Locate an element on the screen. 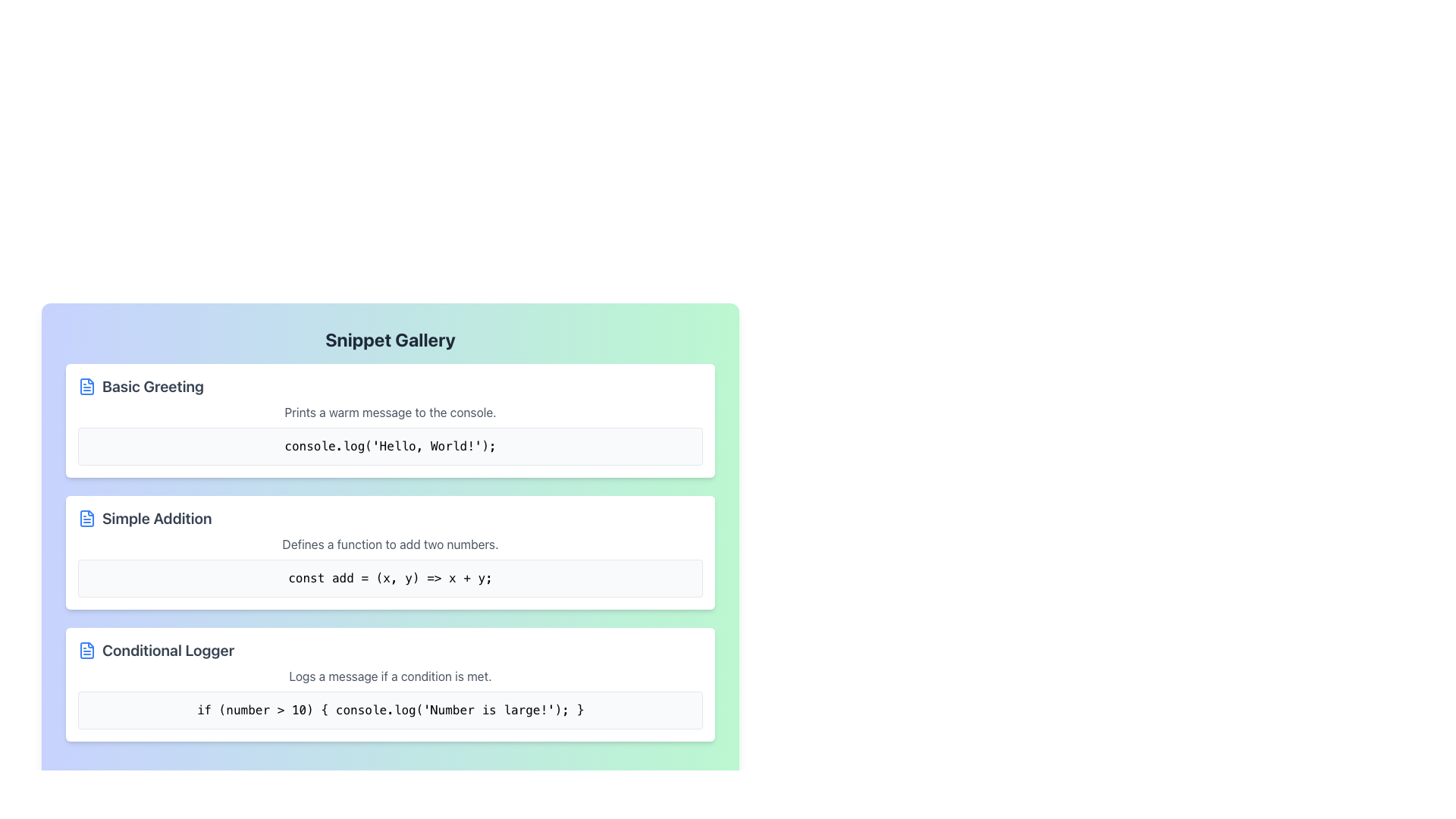 Image resolution: width=1456 pixels, height=819 pixels. the SVG Icon representing 'Simple Addition', which is positioned to the left of the text within the code snippet block is located at coordinates (86, 517).